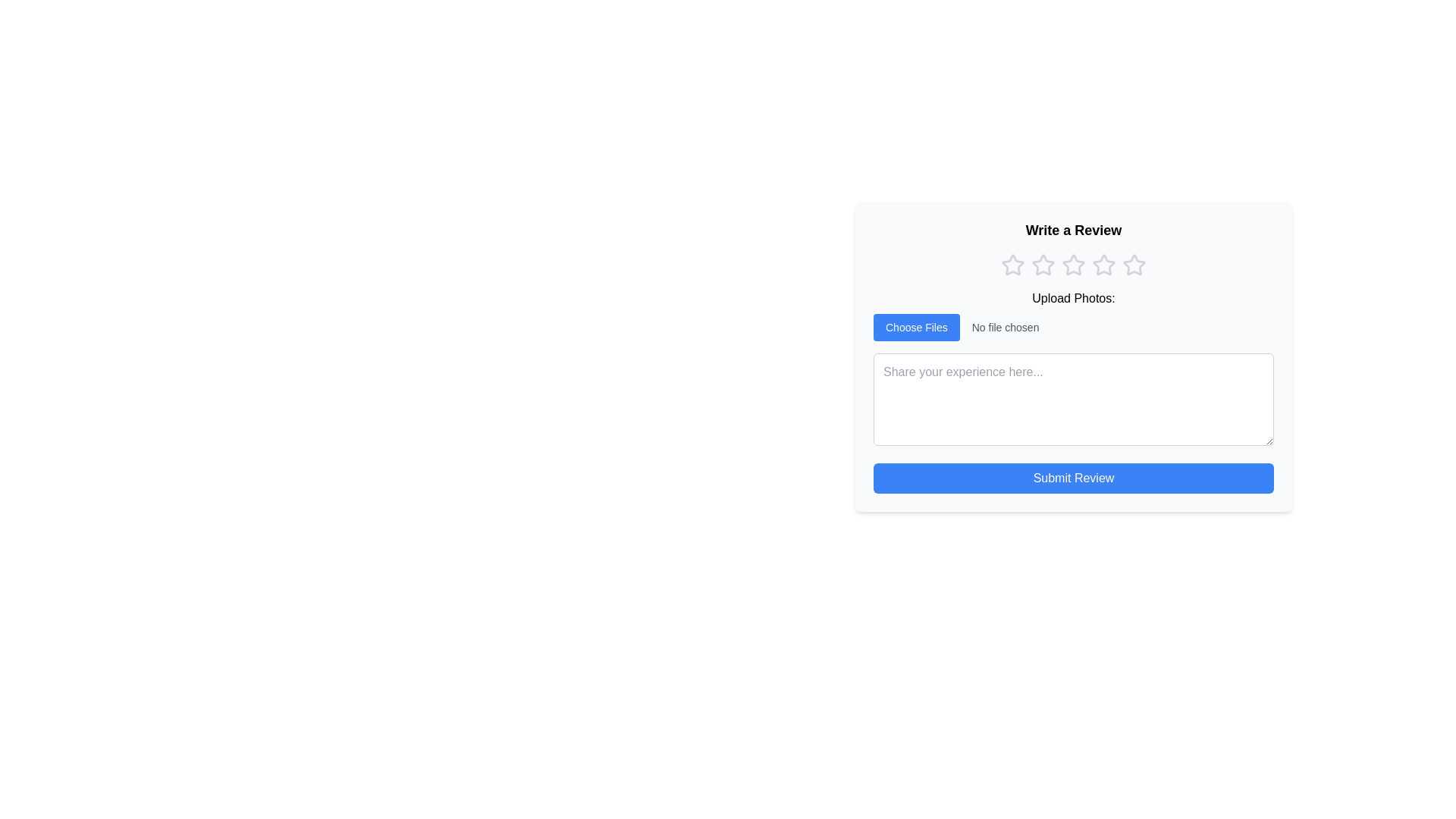  Describe the element at coordinates (1073, 264) in the screenshot. I see `the third star in the rating interface` at that location.